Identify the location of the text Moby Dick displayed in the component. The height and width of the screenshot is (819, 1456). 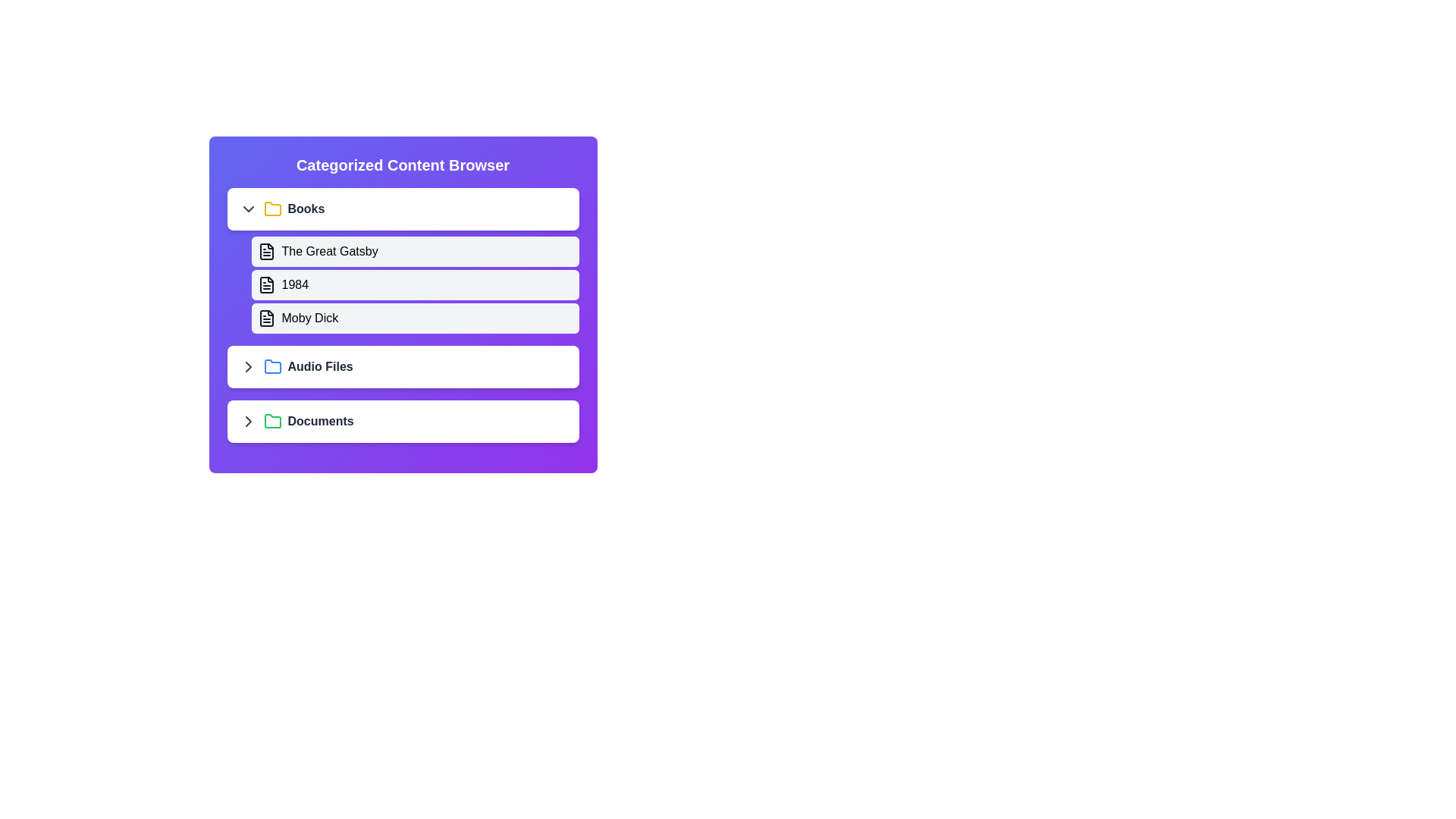
(309, 318).